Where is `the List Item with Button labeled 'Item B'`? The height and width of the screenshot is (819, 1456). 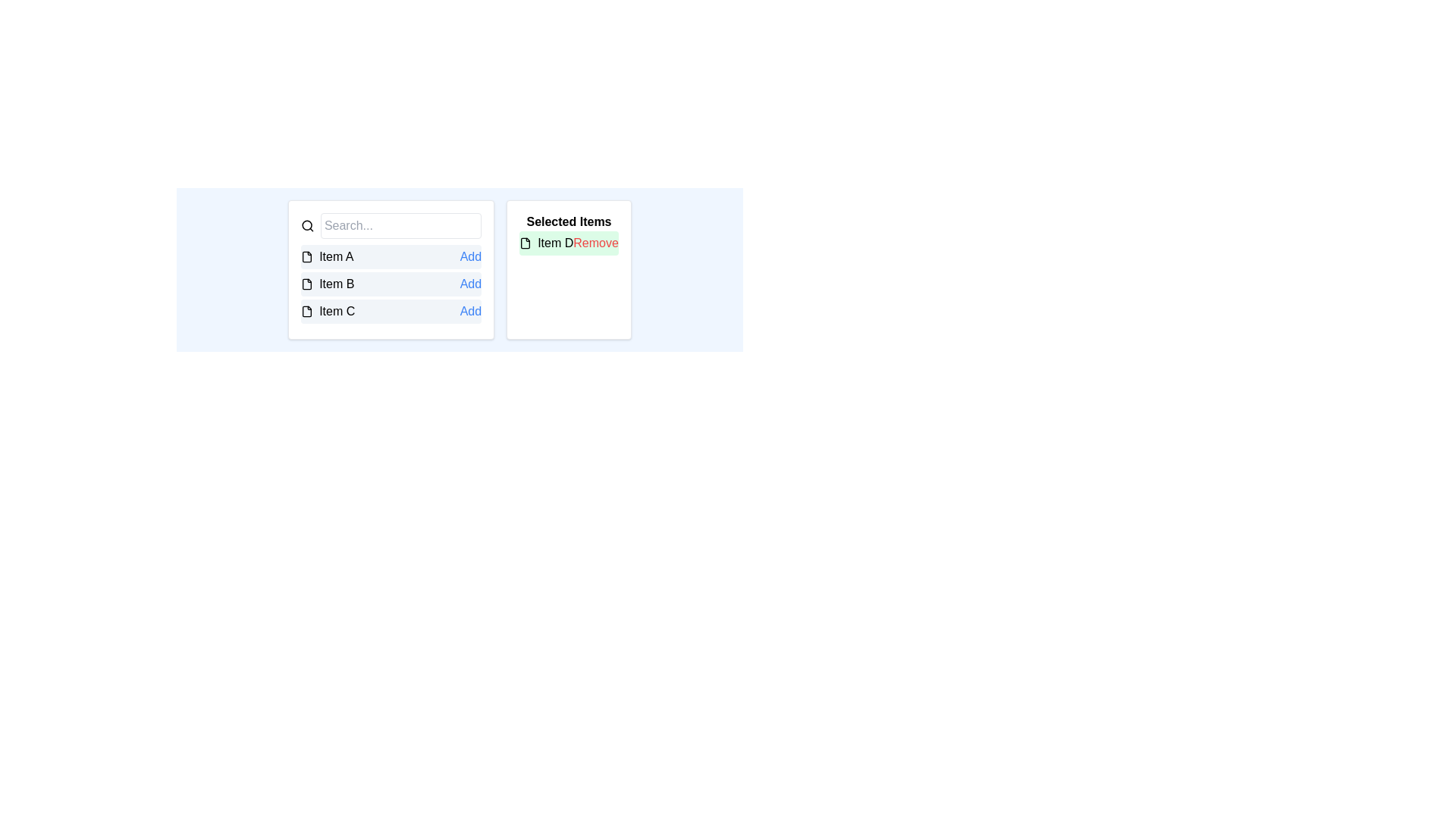
the List Item with Button labeled 'Item B' is located at coordinates (391, 284).